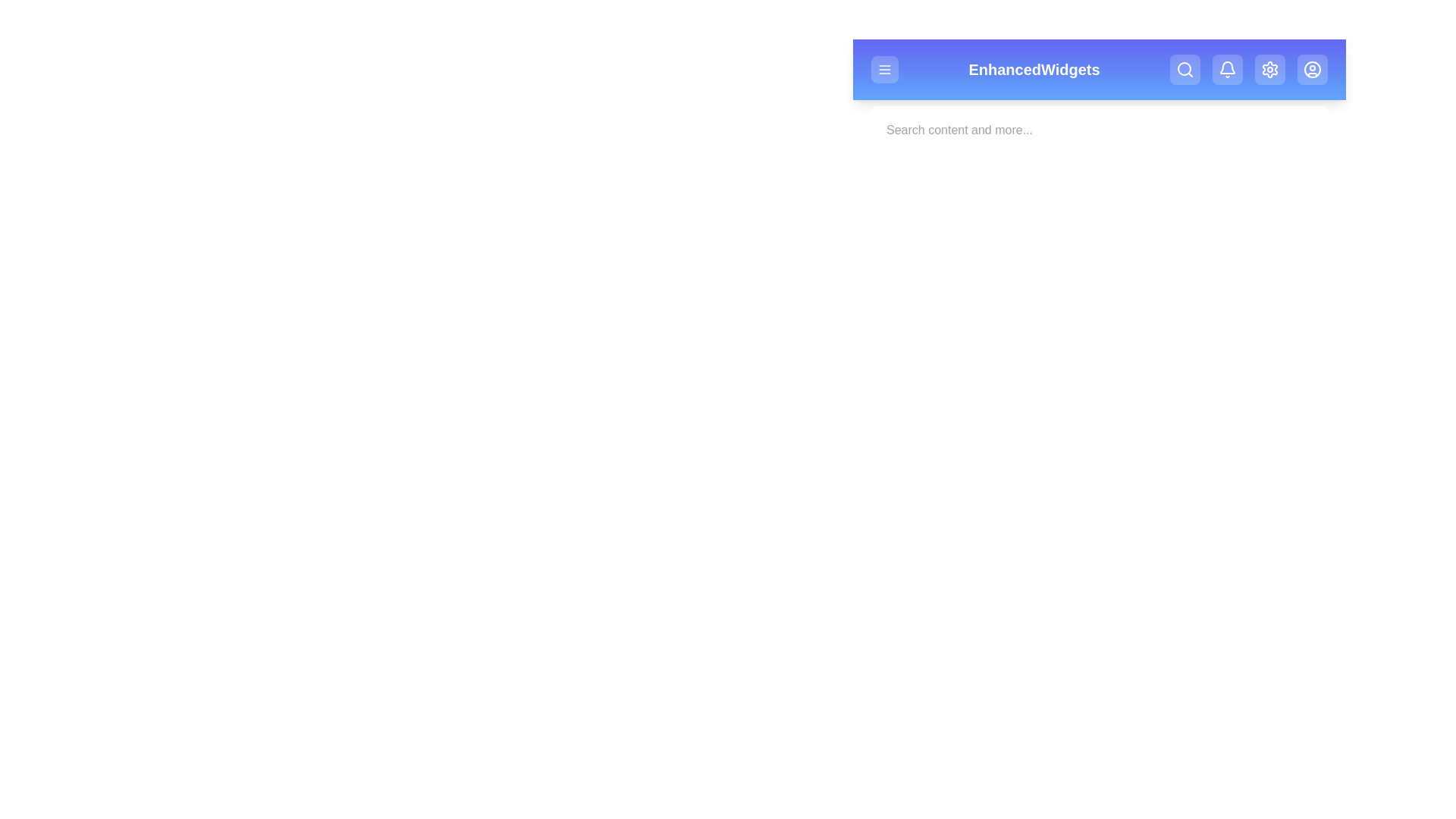 This screenshot has height=819, width=1456. What do you see at coordinates (884, 70) in the screenshot?
I see `menu button to toggle the menu visibility` at bounding box center [884, 70].